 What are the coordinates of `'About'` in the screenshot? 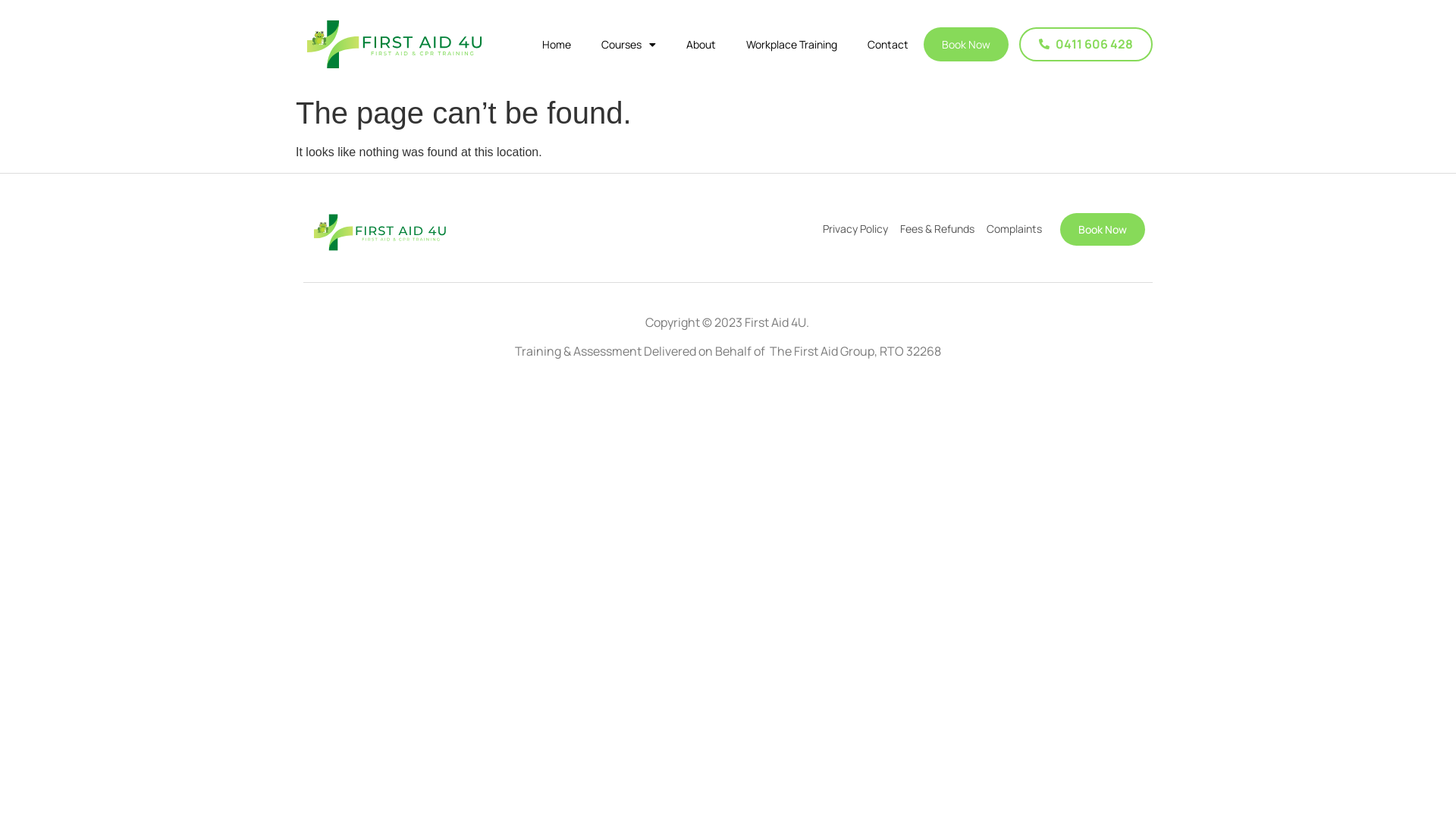 It's located at (700, 43).